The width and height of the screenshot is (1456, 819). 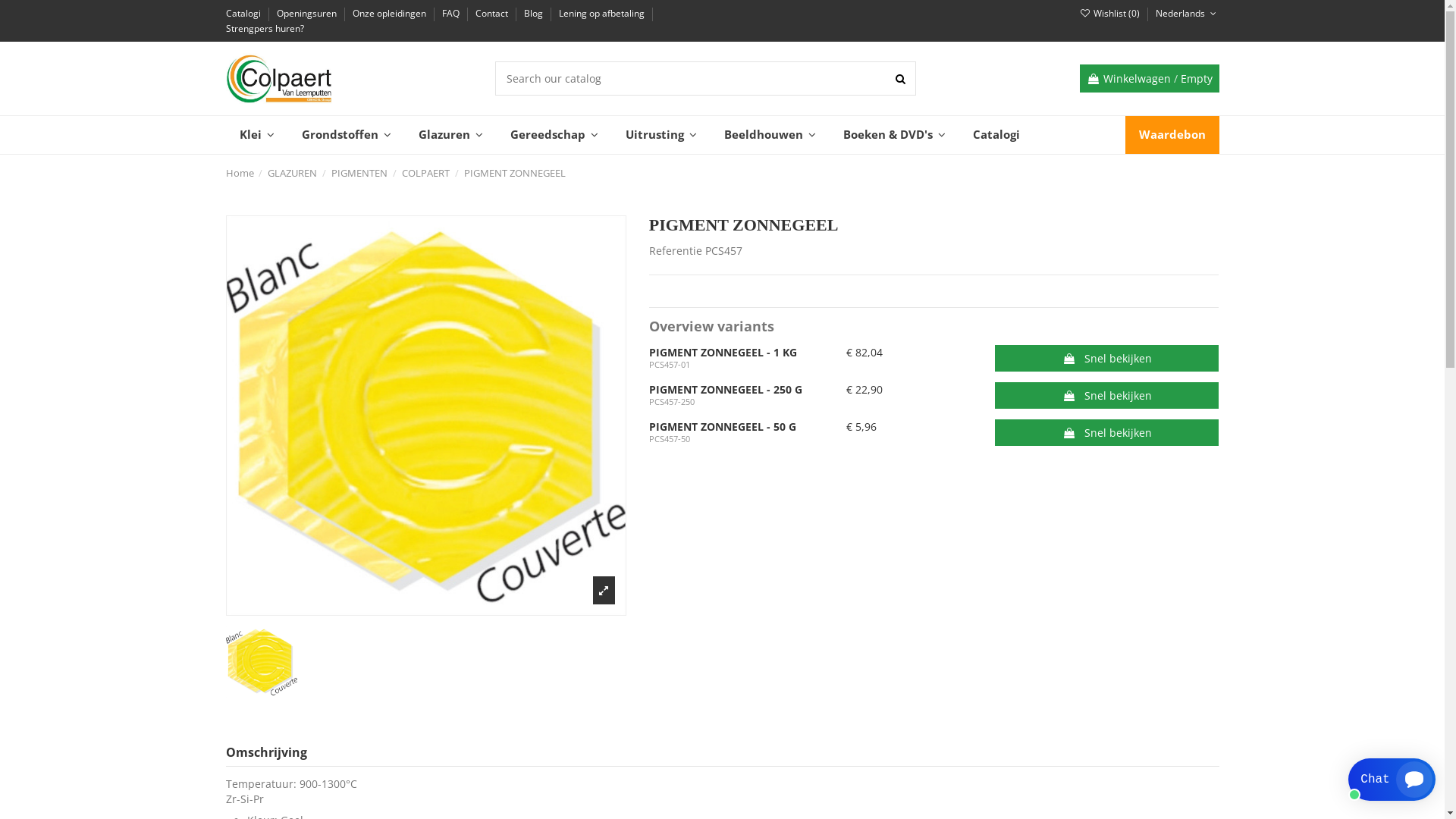 What do you see at coordinates (268, 171) in the screenshot?
I see `'GLAZUREN'` at bounding box center [268, 171].